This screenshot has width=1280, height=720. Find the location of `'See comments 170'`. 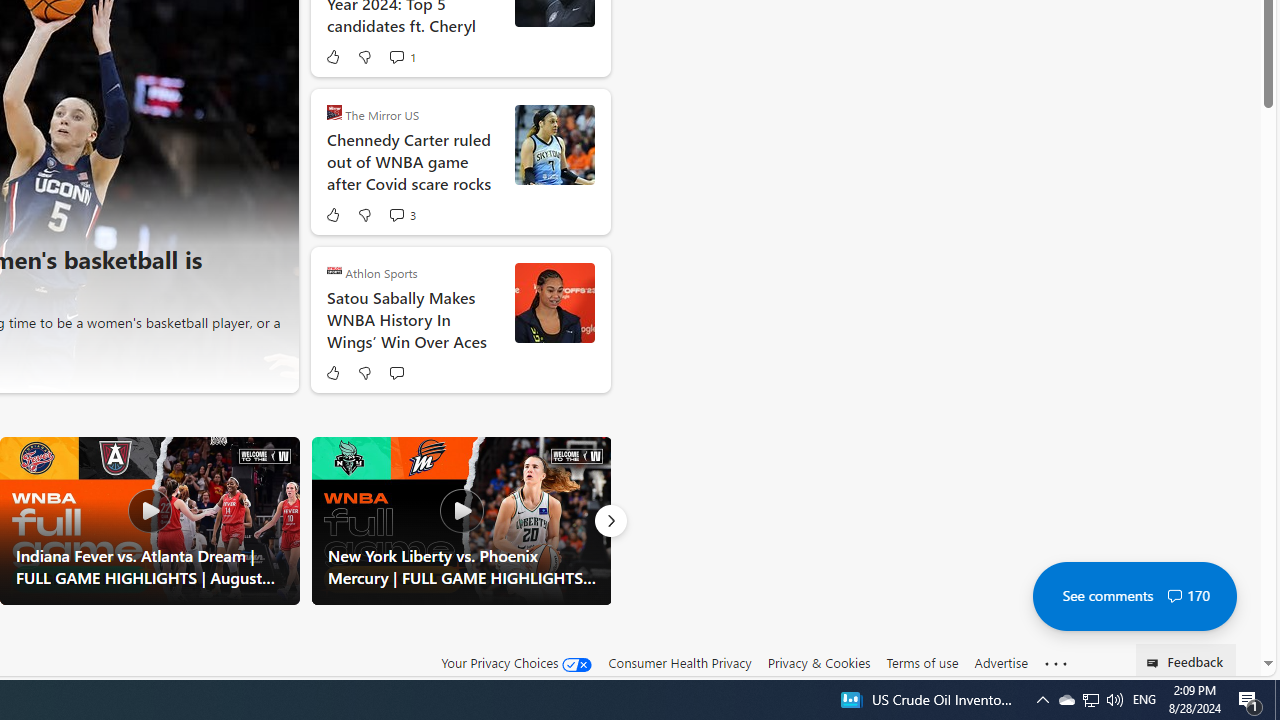

'See comments 170' is located at coordinates (1134, 595).